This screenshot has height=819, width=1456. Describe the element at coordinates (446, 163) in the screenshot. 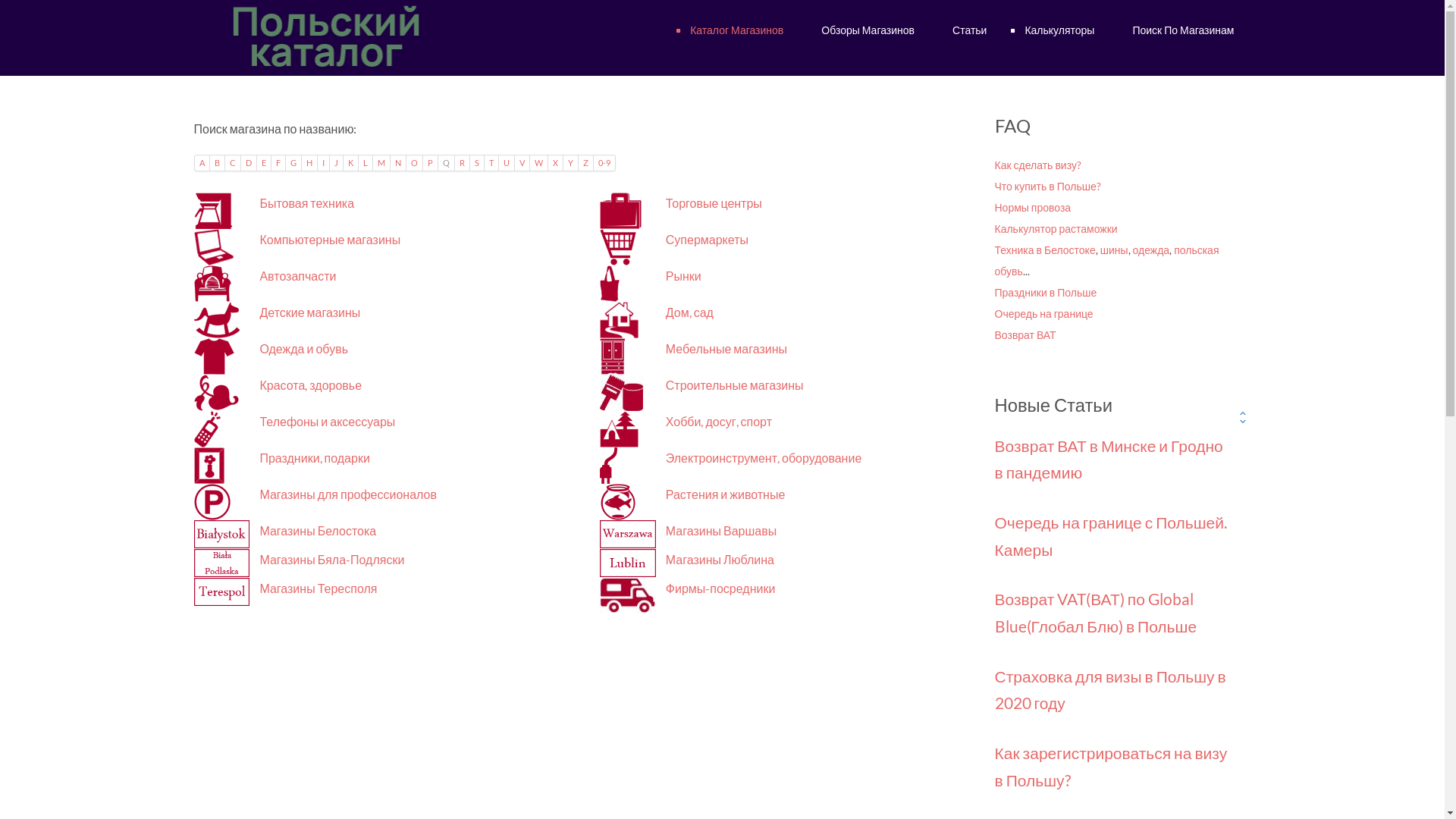

I see `'Q'` at that location.